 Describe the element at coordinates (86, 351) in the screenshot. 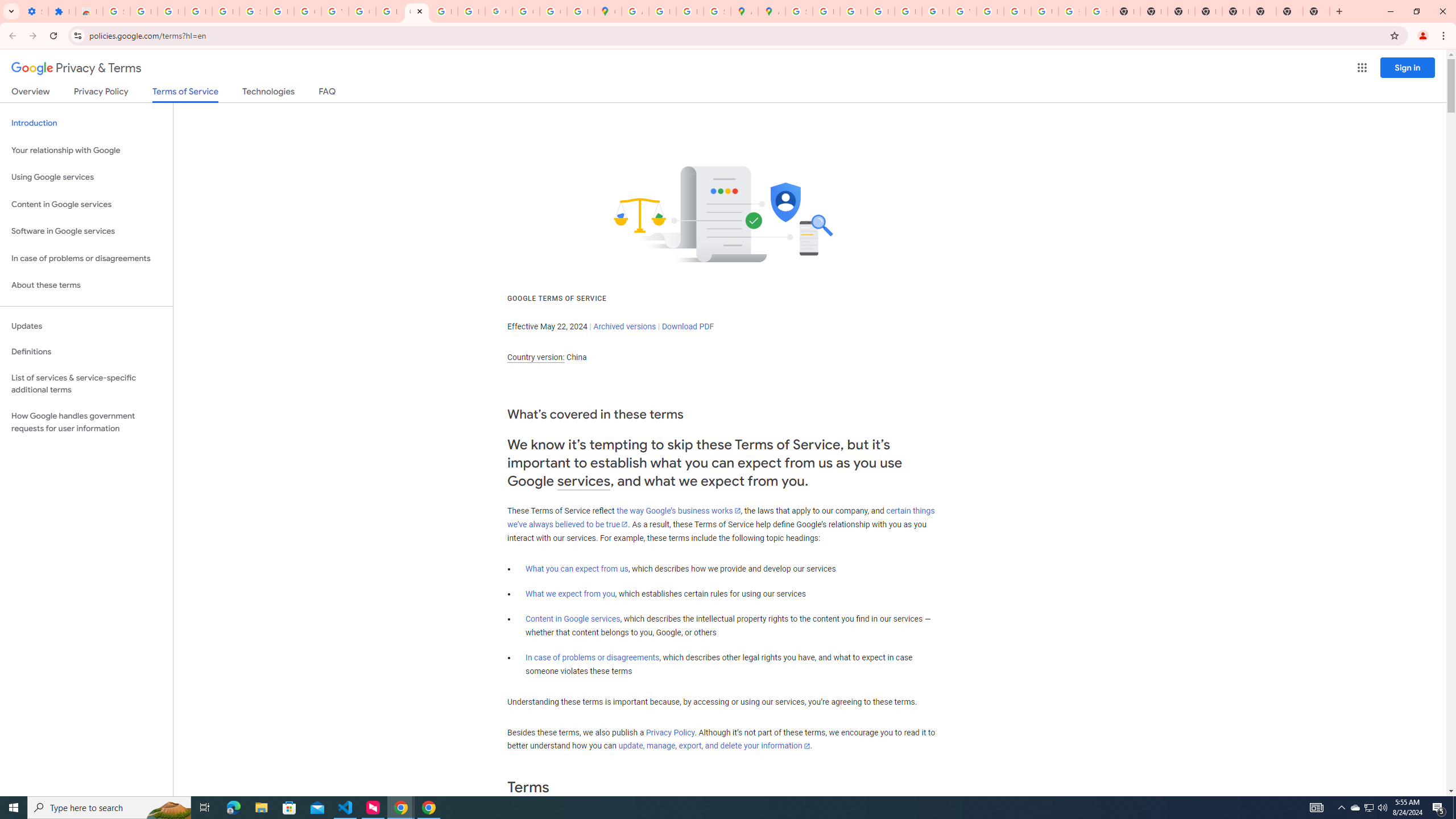

I see `'Definitions'` at that location.